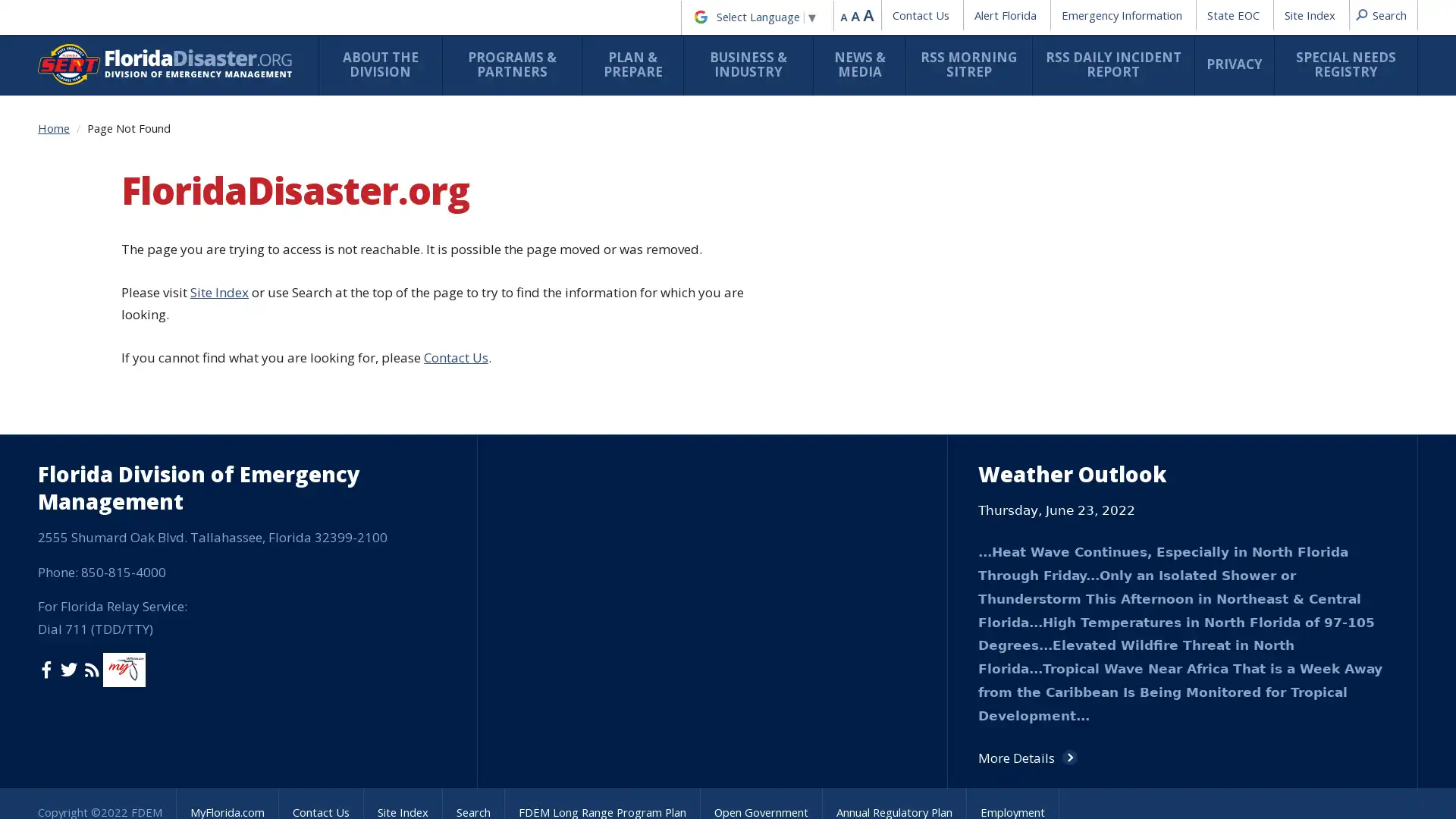 The height and width of the screenshot is (819, 1456). Describe the element at coordinates (607, 425) in the screenshot. I see `Toggle More` at that location.